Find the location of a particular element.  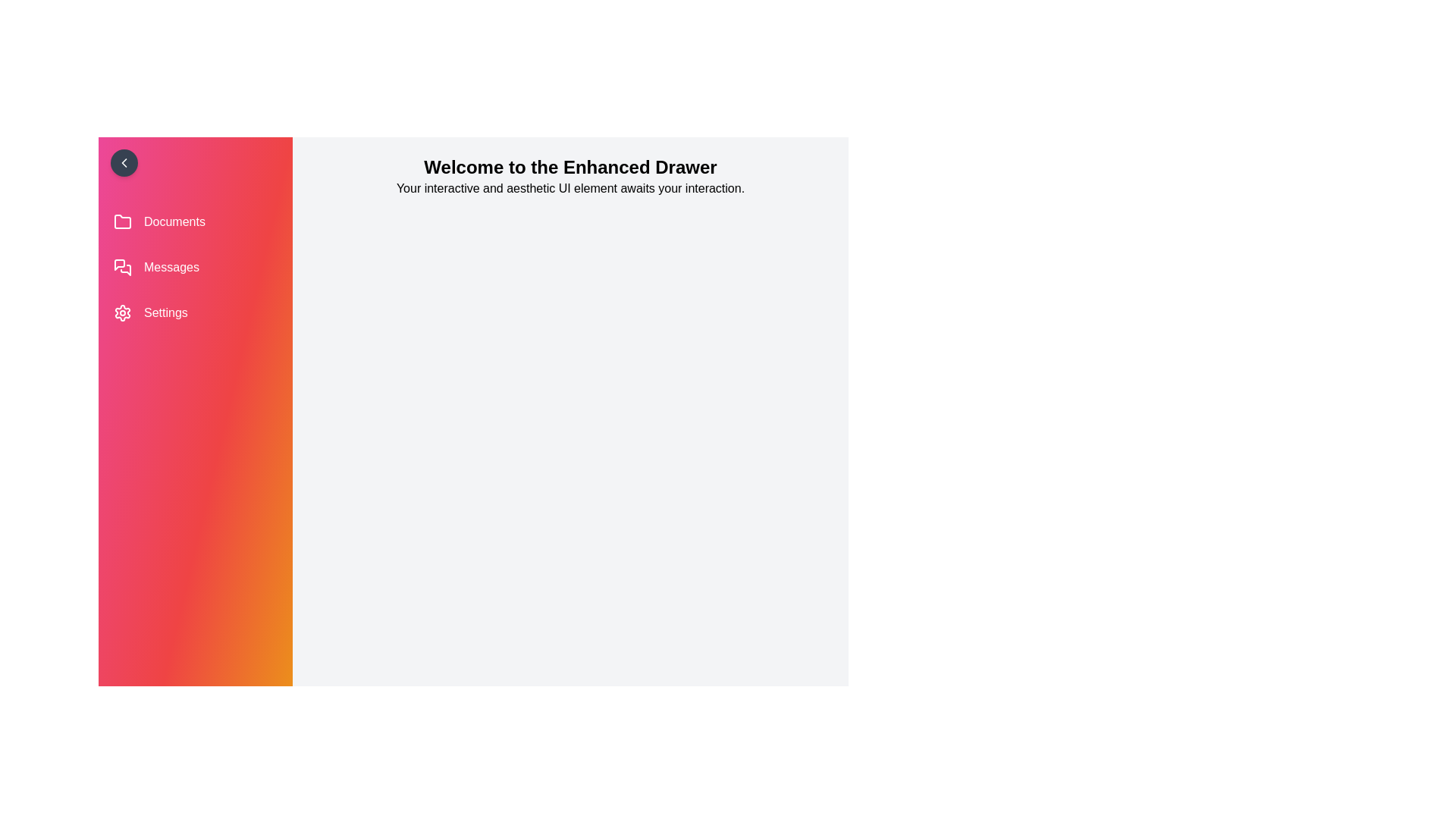

the 'Messages' item in the menu is located at coordinates (195, 267).